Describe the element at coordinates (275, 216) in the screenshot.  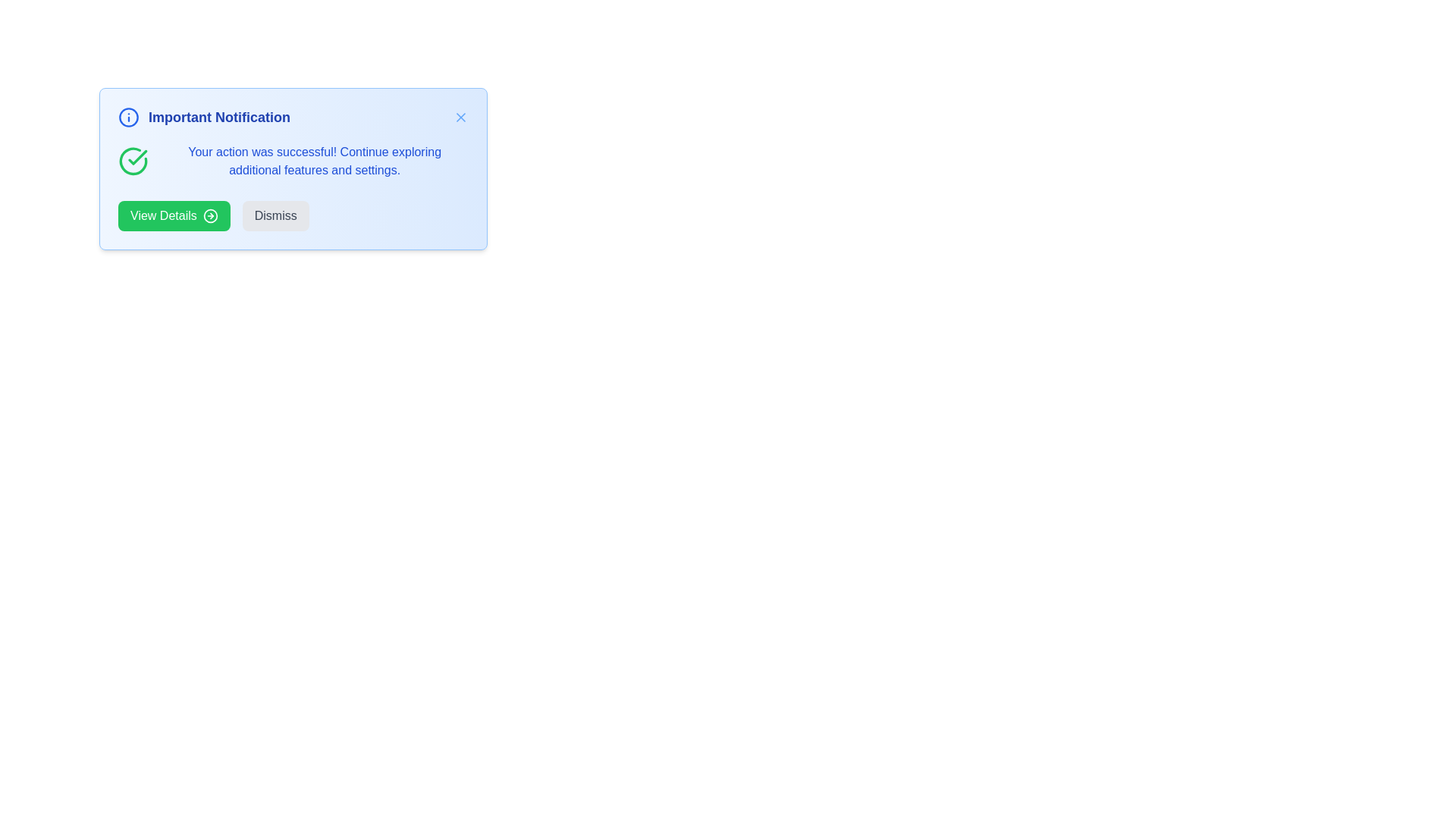
I see `the interactive element Dismiss to observe the hover effect` at that location.